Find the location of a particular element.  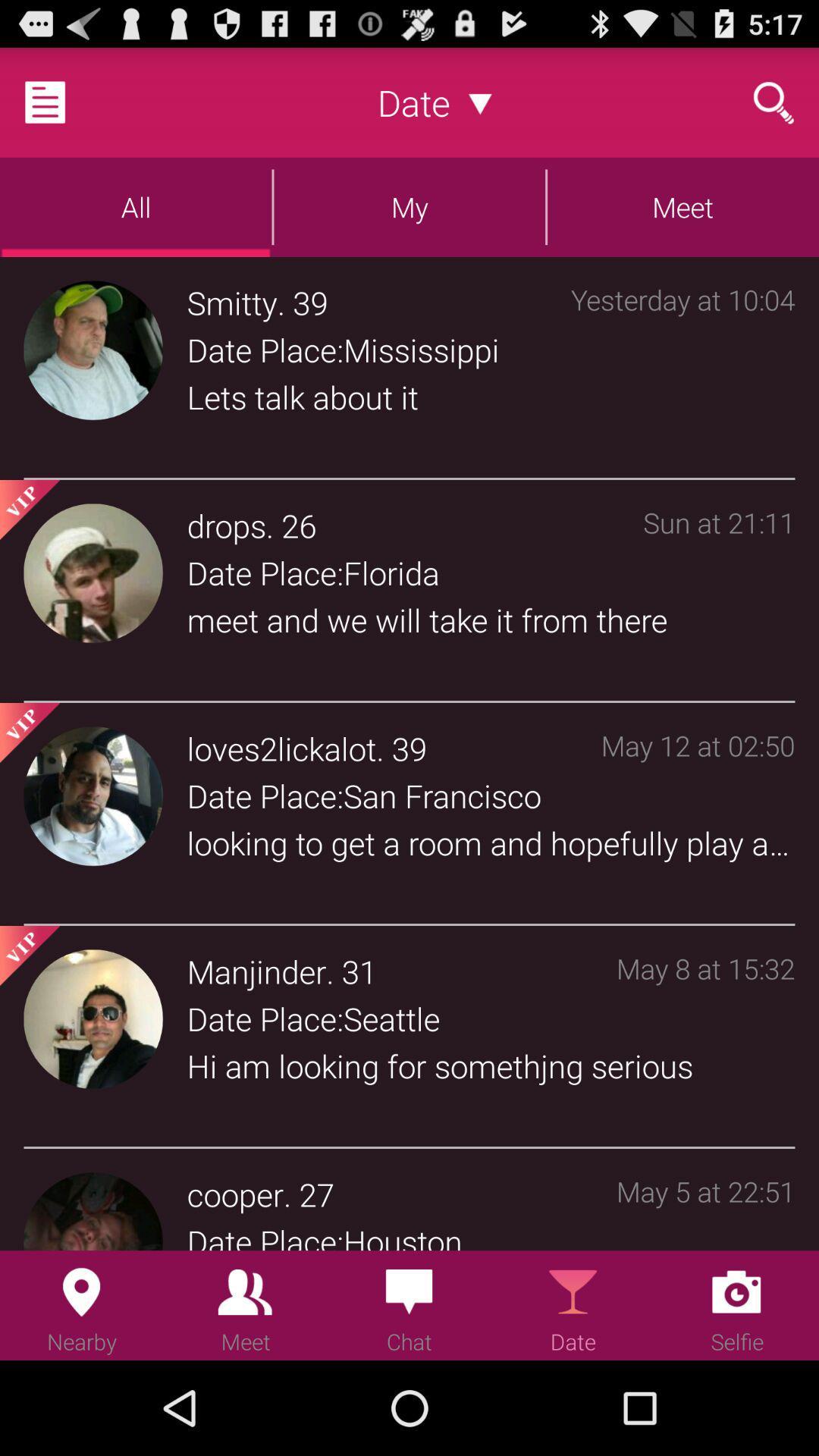

the item to the right of .  icon is located at coordinates (359, 971).